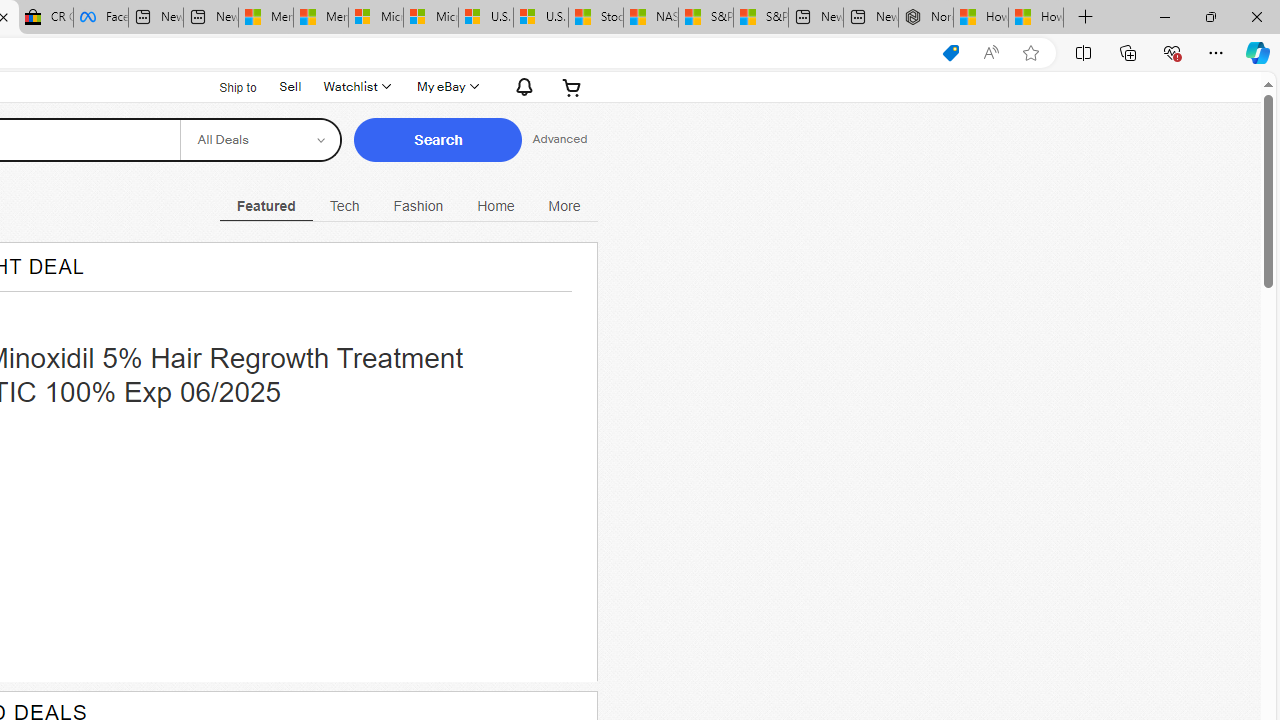 This screenshot has height=720, width=1280. Describe the element at coordinates (355, 86) in the screenshot. I see `'Watchlist'` at that location.